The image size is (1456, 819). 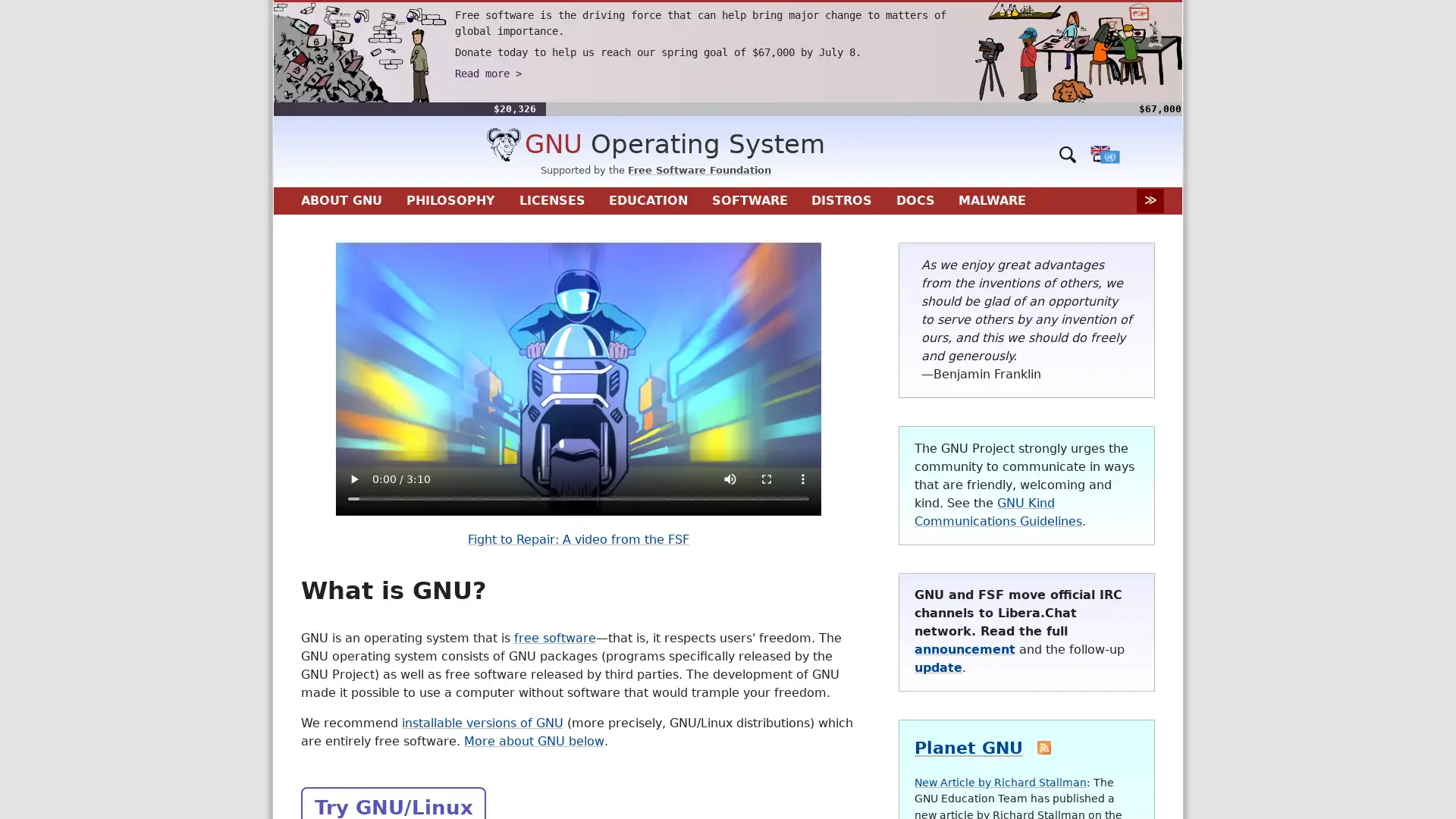 I want to click on show more media controls, so click(x=801, y=479).